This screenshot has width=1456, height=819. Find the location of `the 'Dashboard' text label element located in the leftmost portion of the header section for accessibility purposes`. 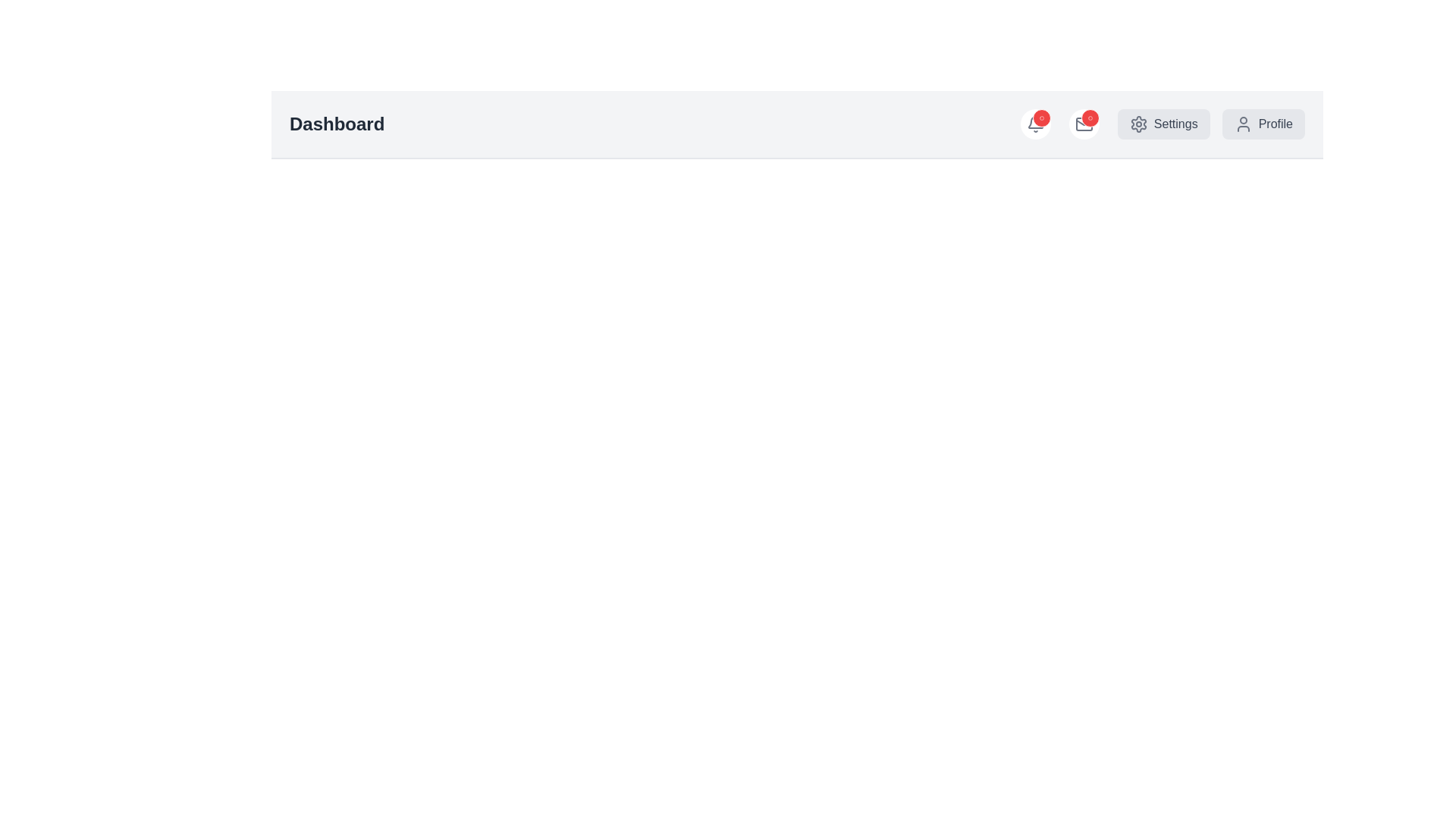

the 'Dashboard' text label element located in the leftmost portion of the header section for accessibility purposes is located at coordinates (336, 124).